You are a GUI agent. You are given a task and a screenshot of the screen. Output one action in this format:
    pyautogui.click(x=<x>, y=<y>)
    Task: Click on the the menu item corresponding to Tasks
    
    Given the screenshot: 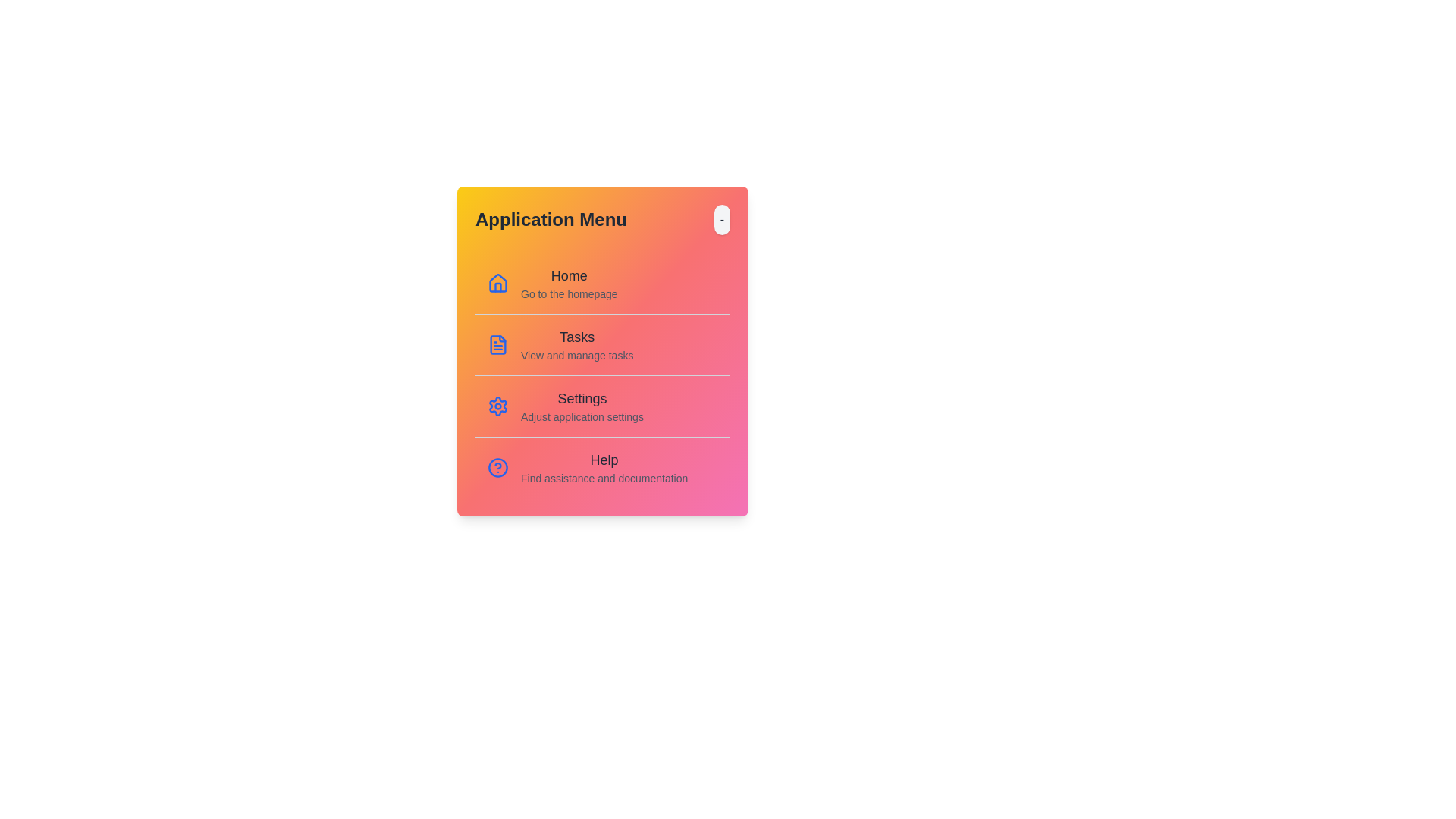 What is the action you would take?
    pyautogui.click(x=602, y=344)
    